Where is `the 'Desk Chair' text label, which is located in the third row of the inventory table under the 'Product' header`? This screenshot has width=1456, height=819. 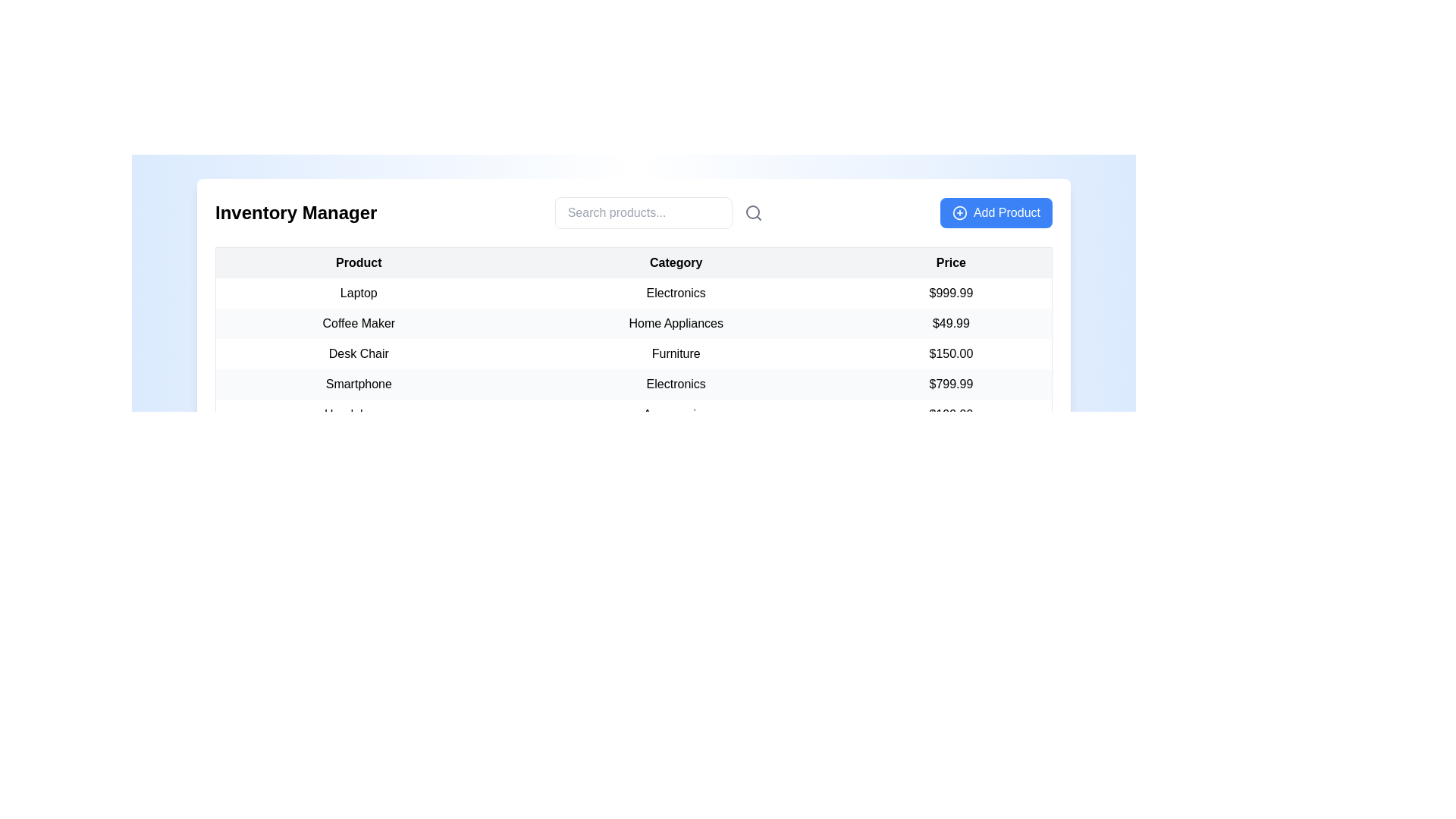 the 'Desk Chair' text label, which is located in the third row of the inventory table under the 'Product' header is located at coordinates (358, 353).